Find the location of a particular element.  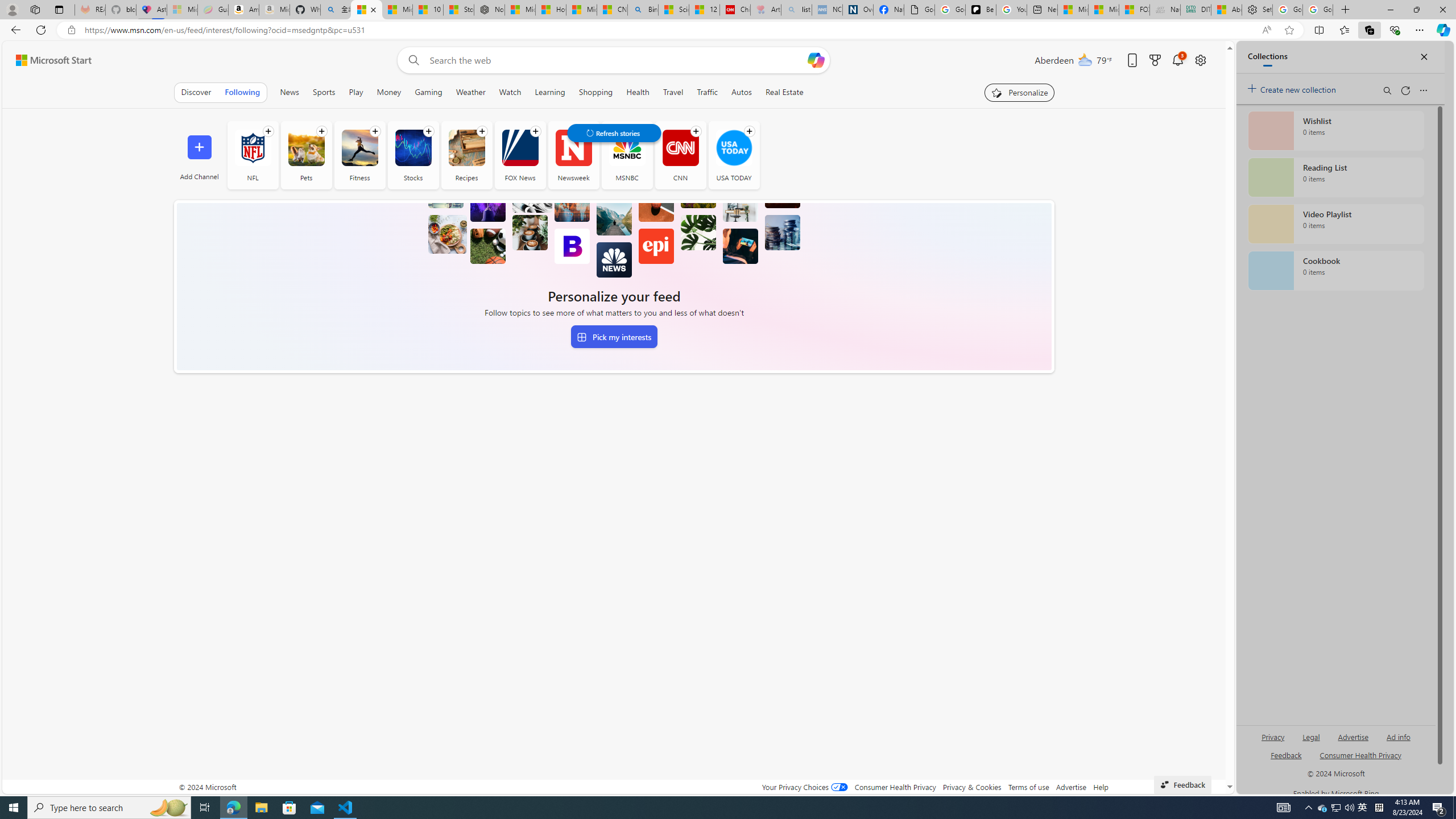

'Real Estate' is located at coordinates (784, 92).